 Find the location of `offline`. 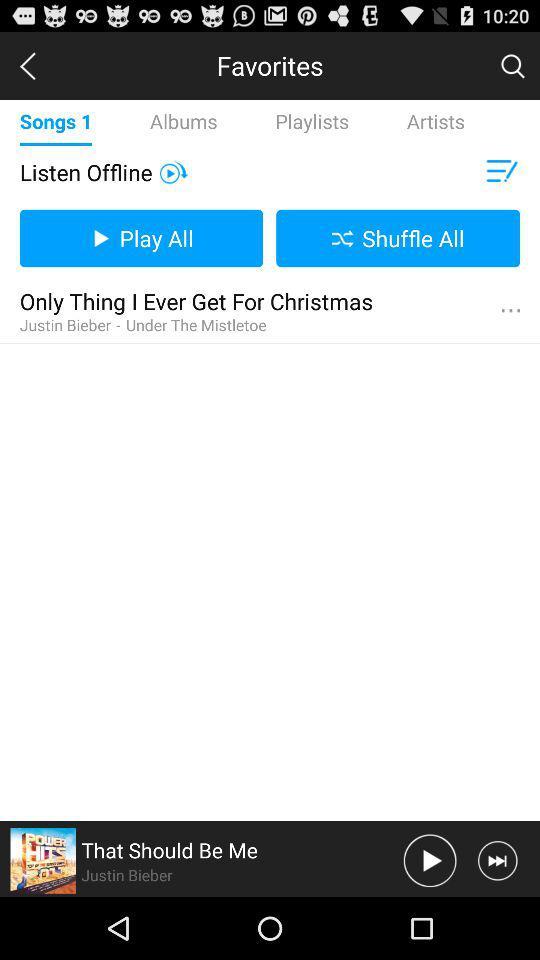

offline is located at coordinates (173, 171).